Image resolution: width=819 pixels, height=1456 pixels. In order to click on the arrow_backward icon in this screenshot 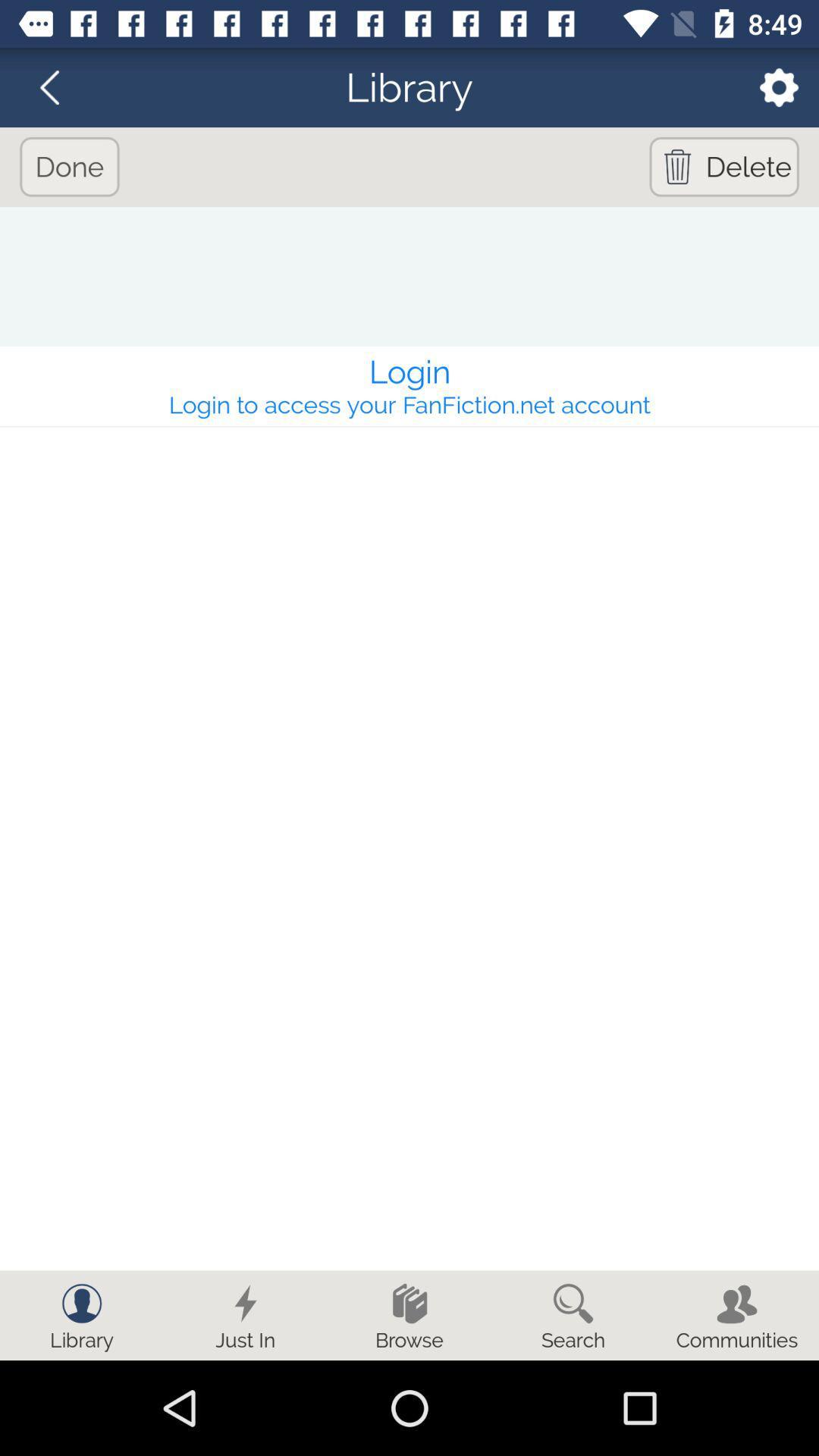, I will do `click(58, 86)`.